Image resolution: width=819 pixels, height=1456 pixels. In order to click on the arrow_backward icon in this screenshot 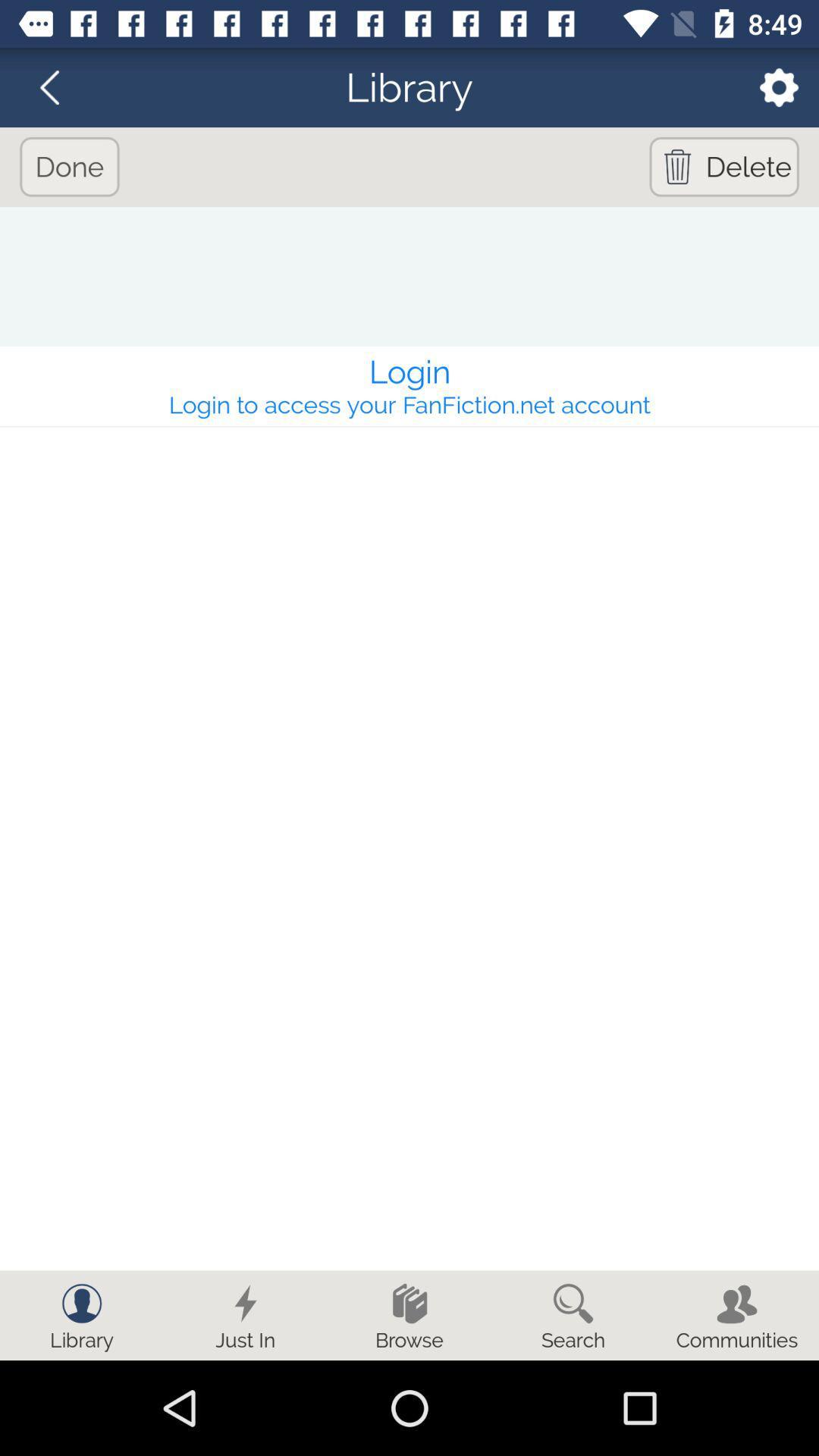, I will do `click(58, 86)`.